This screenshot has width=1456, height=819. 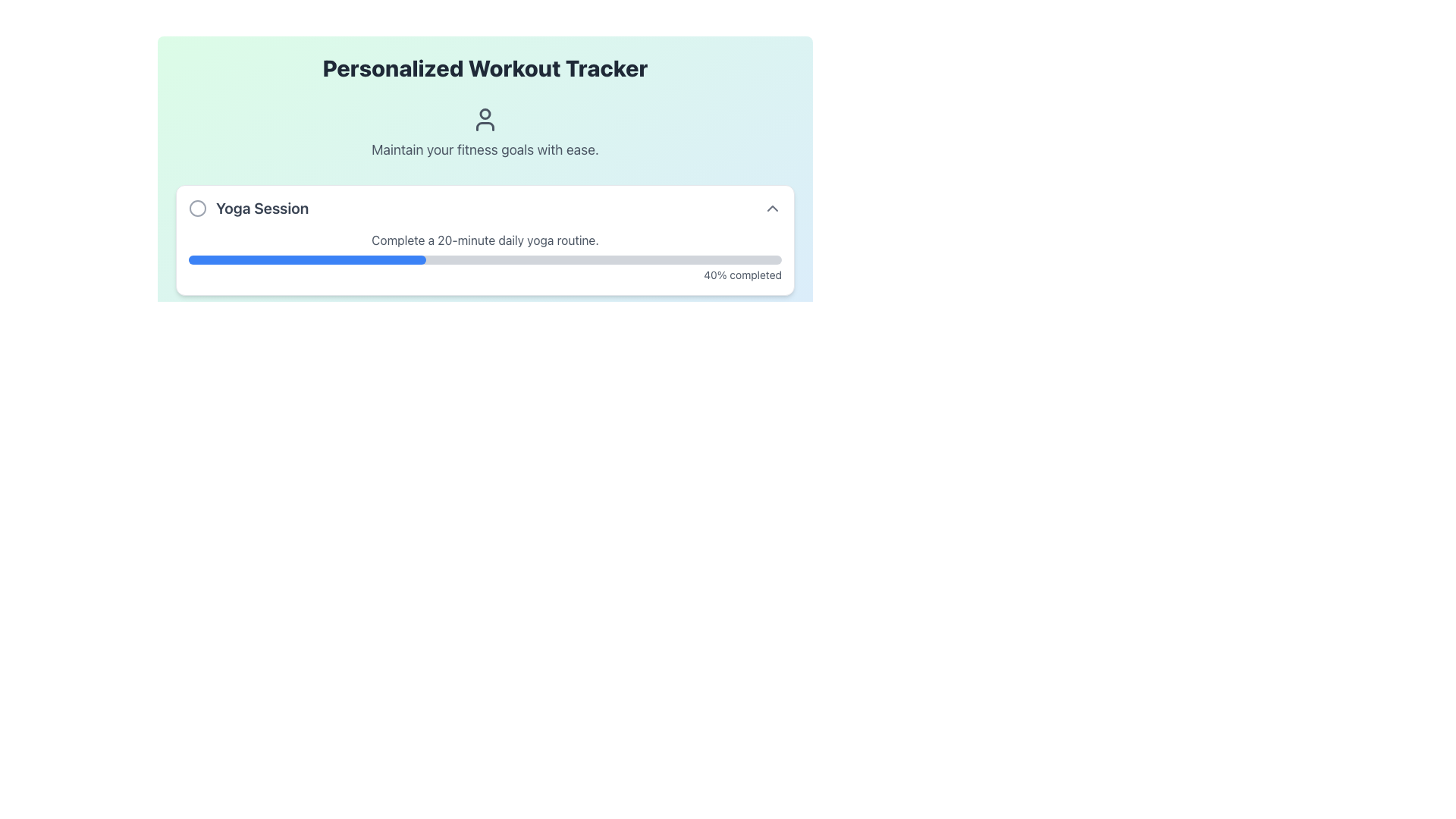 I want to click on the progress bar that visually indicates the completion of the task 'Complete a 20-minute daily yoga routine', located centrally between the texts 'Complete a 20-minute daily yoga routine.' and '40% completed.', so click(x=484, y=259).